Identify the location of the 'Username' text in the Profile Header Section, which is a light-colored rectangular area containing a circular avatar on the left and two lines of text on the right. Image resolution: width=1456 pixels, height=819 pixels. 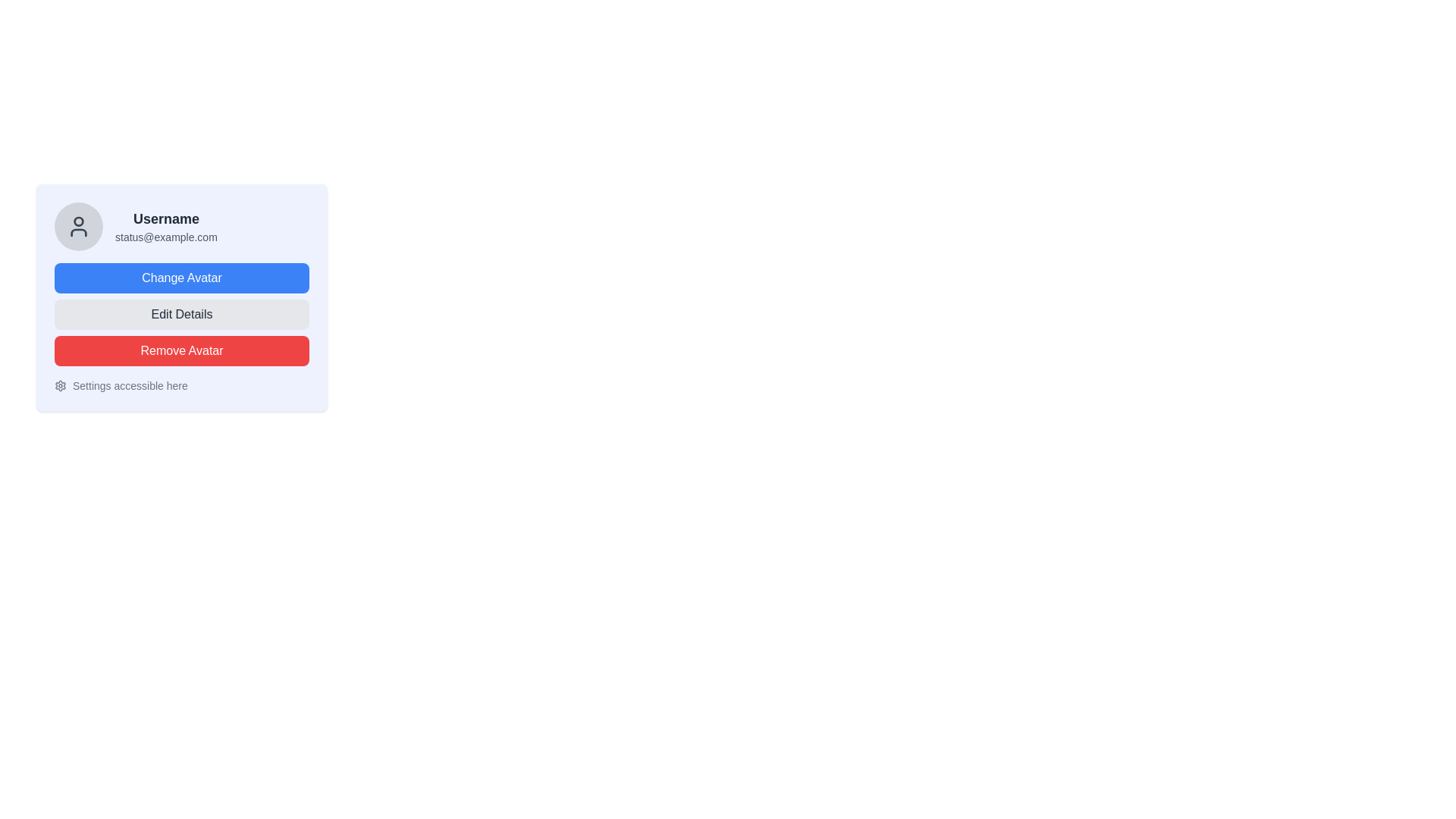
(182, 227).